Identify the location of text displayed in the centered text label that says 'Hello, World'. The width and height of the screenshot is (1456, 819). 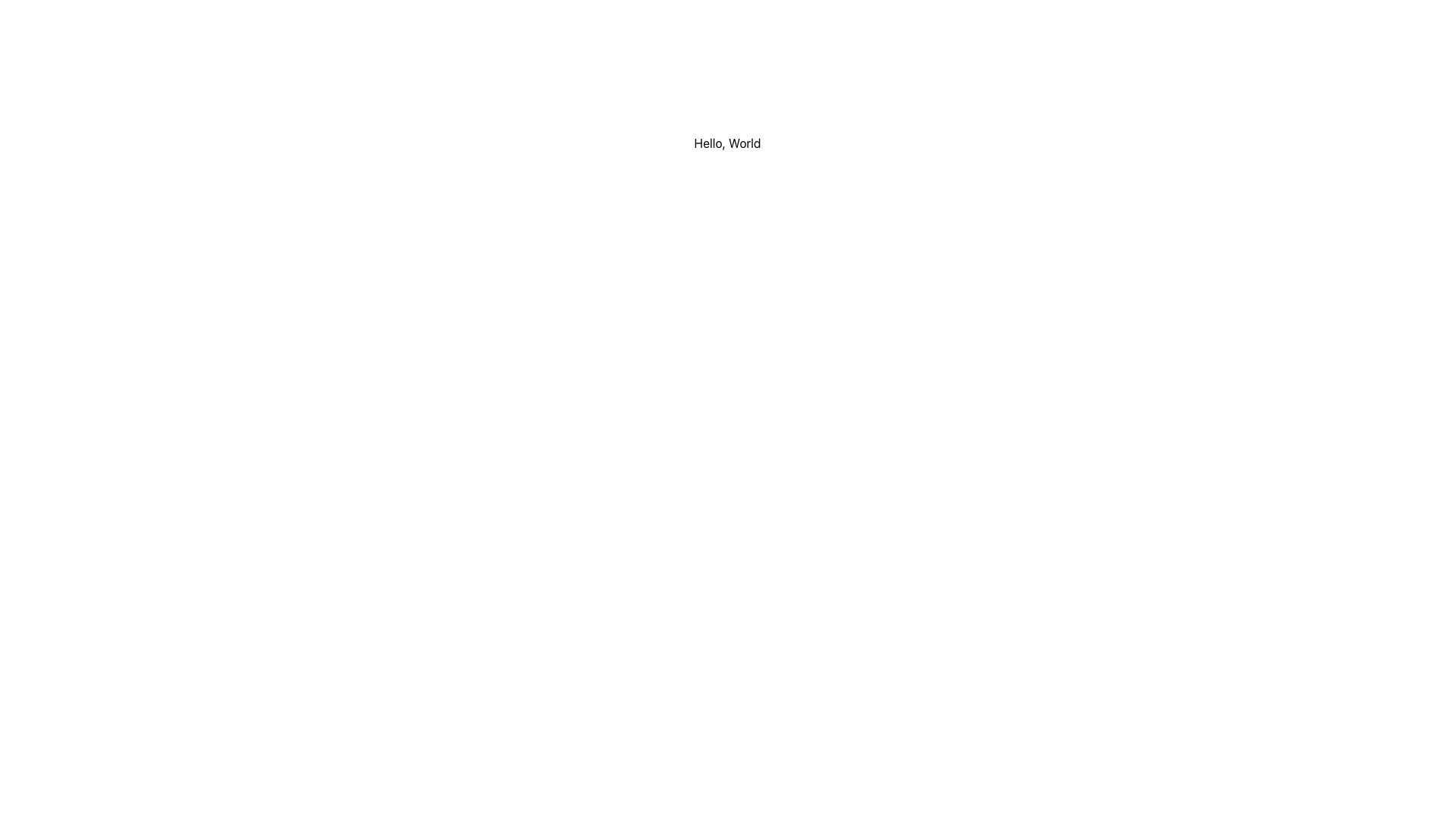
(726, 143).